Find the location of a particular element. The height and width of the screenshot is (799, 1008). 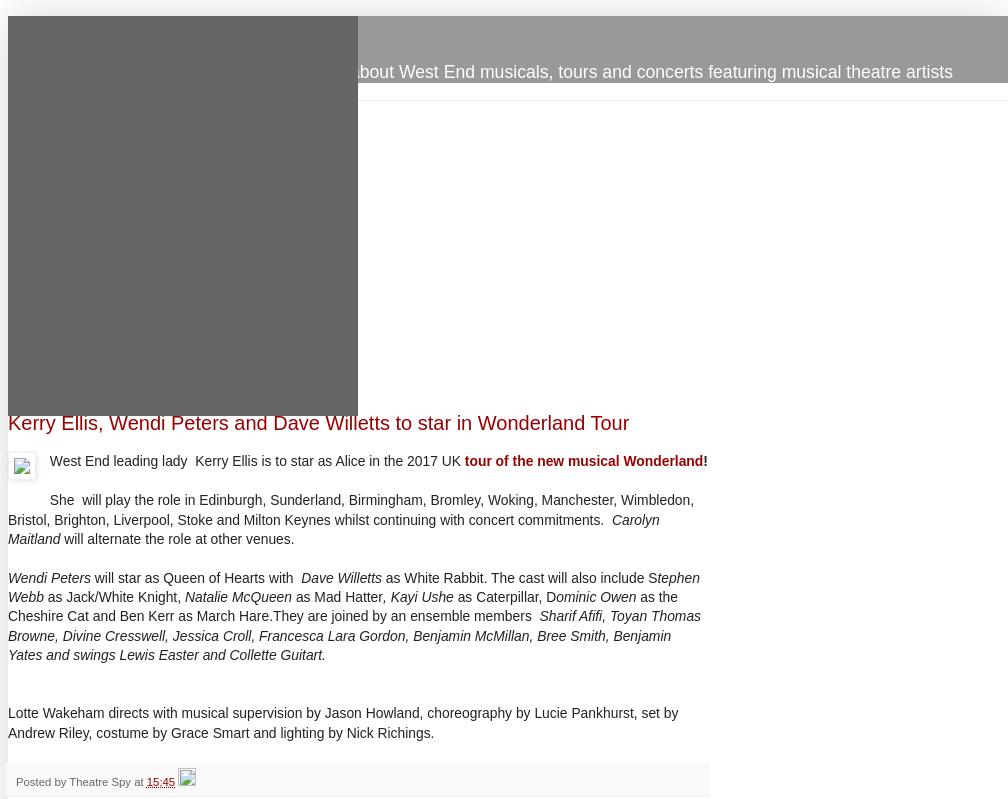

'Natalie McQueen' is located at coordinates (237, 596).